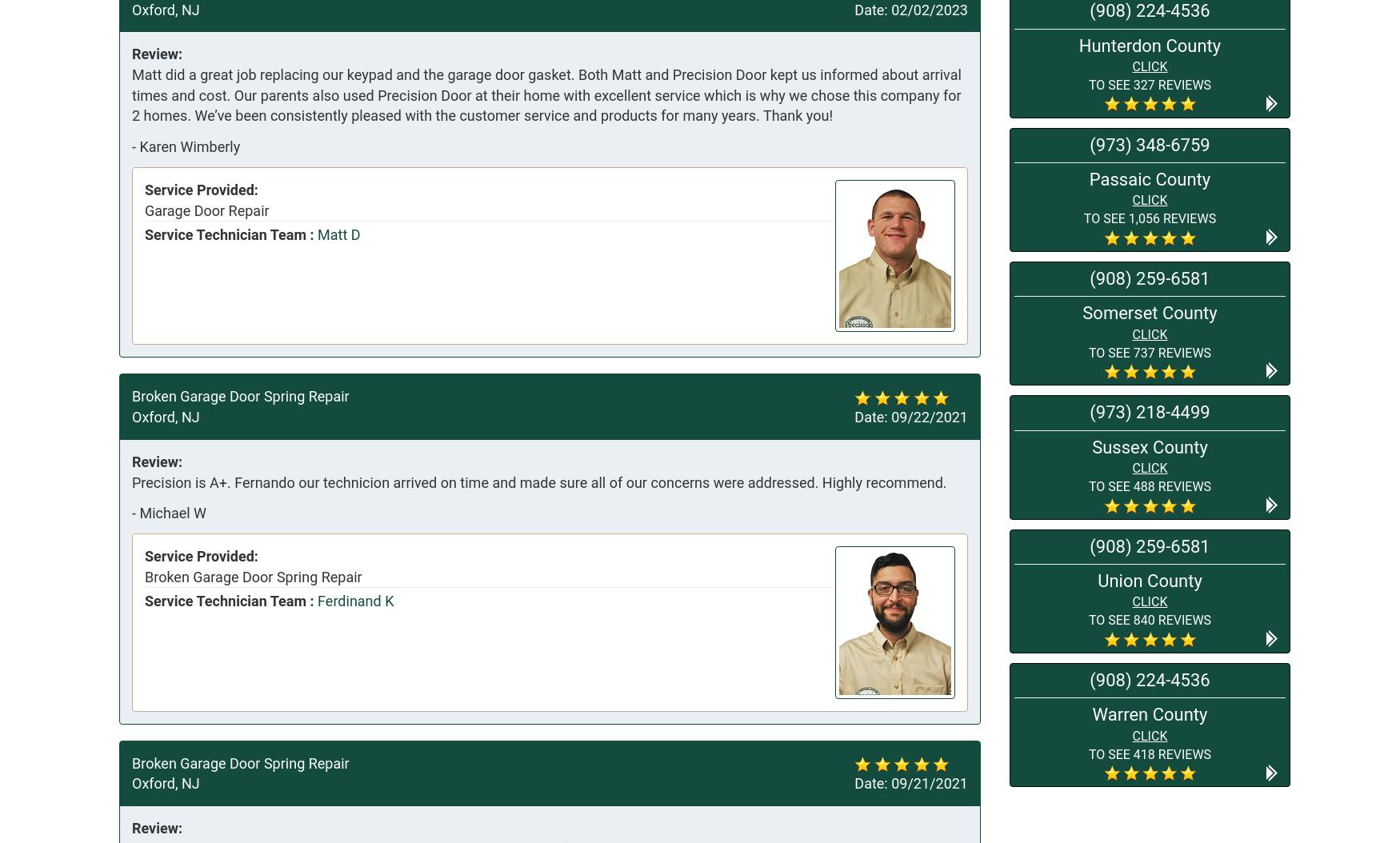 The width and height of the screenshot is (1400, 843). Describe the element at coordinates (1090, 143) in the screenshot. I see `'(973) 348-6759'` at that location.